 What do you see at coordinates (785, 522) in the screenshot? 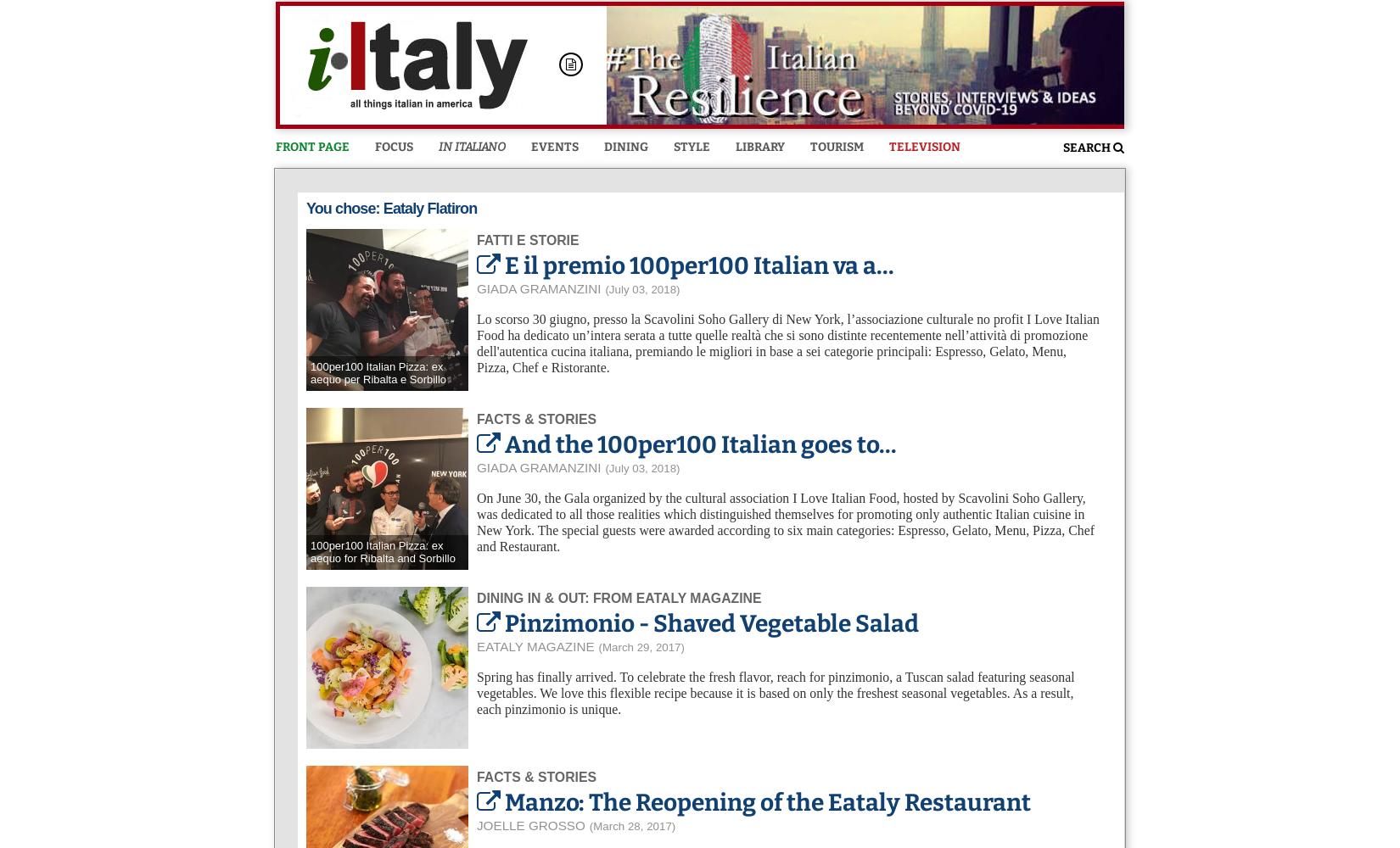
I see `'On June 30, the Gala organized by the cultural association I Love Italian Food, hosted by Scavolini Soho Gallery, was dedicated to all those realities which distinguished themselves for promoting only authentic Italian cuisine in New York. The special guests were awarded according to six main categories: Espresso, Gelato, Menu, Pizza, Chef and Restaurant.'` at bounding box center [785, 522].